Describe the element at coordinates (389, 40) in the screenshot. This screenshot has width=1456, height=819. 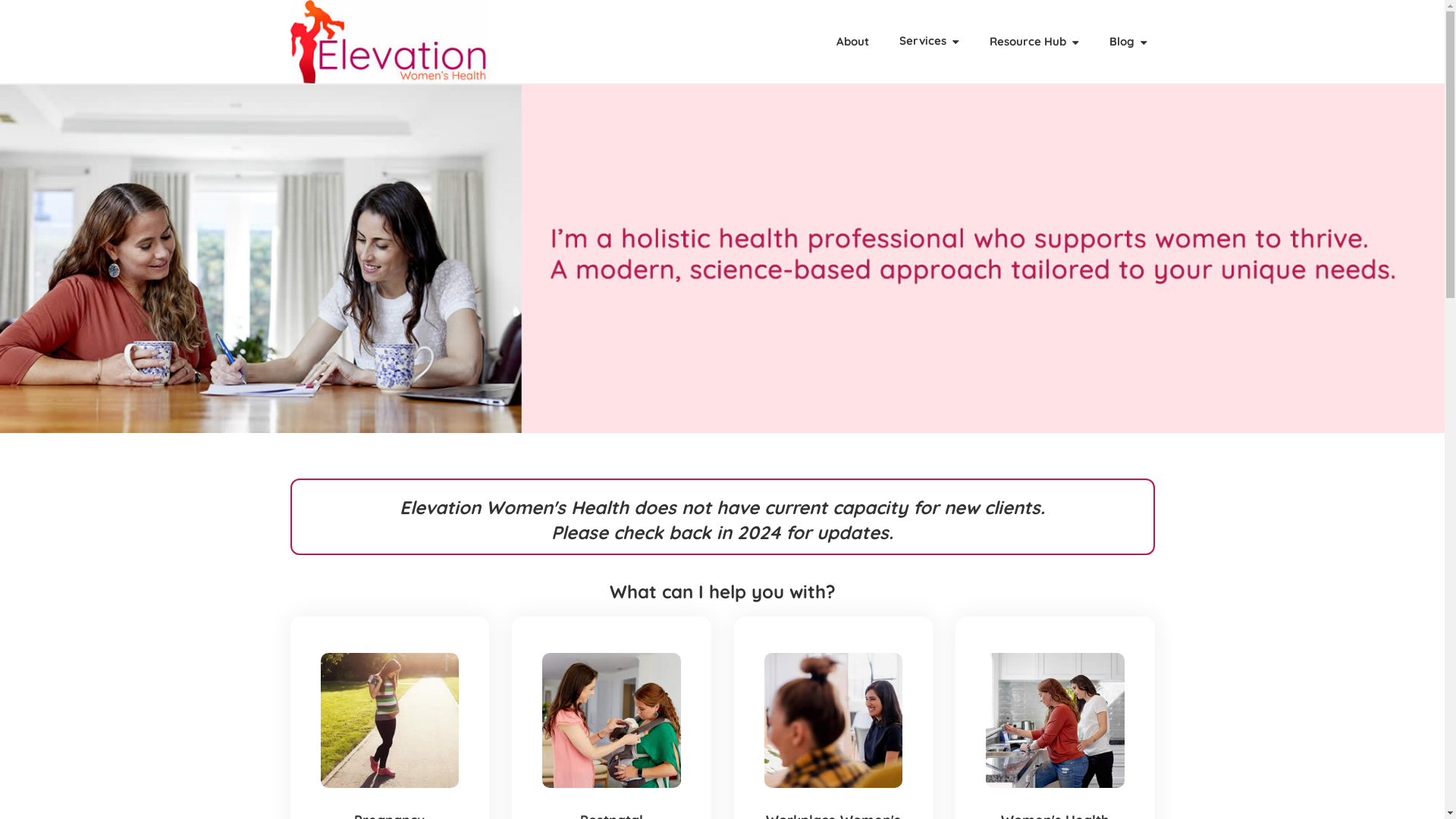
I see `'Elevation Women's Health'` at that location.